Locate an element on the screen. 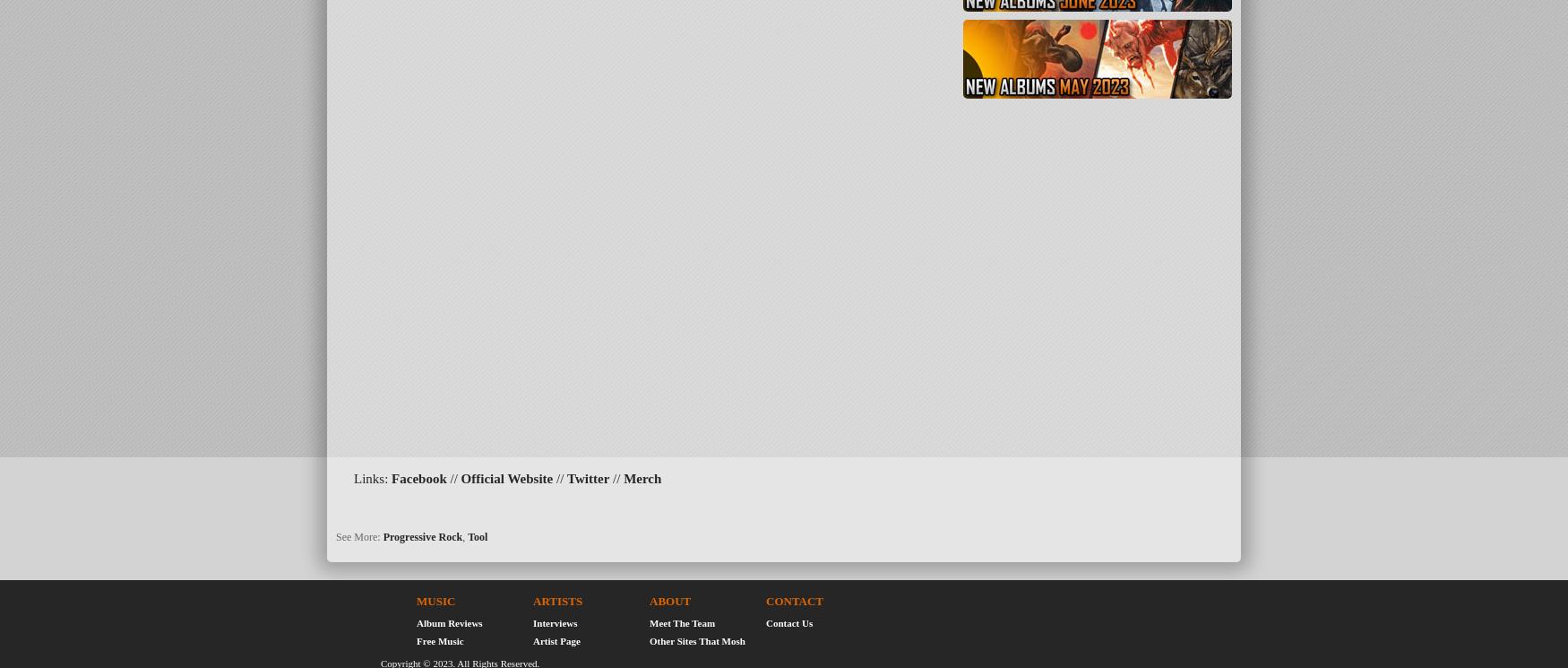 The height and width of the screenshot is (668, 1568). 'Progressive Rock' is located at coordinates (422, 535).